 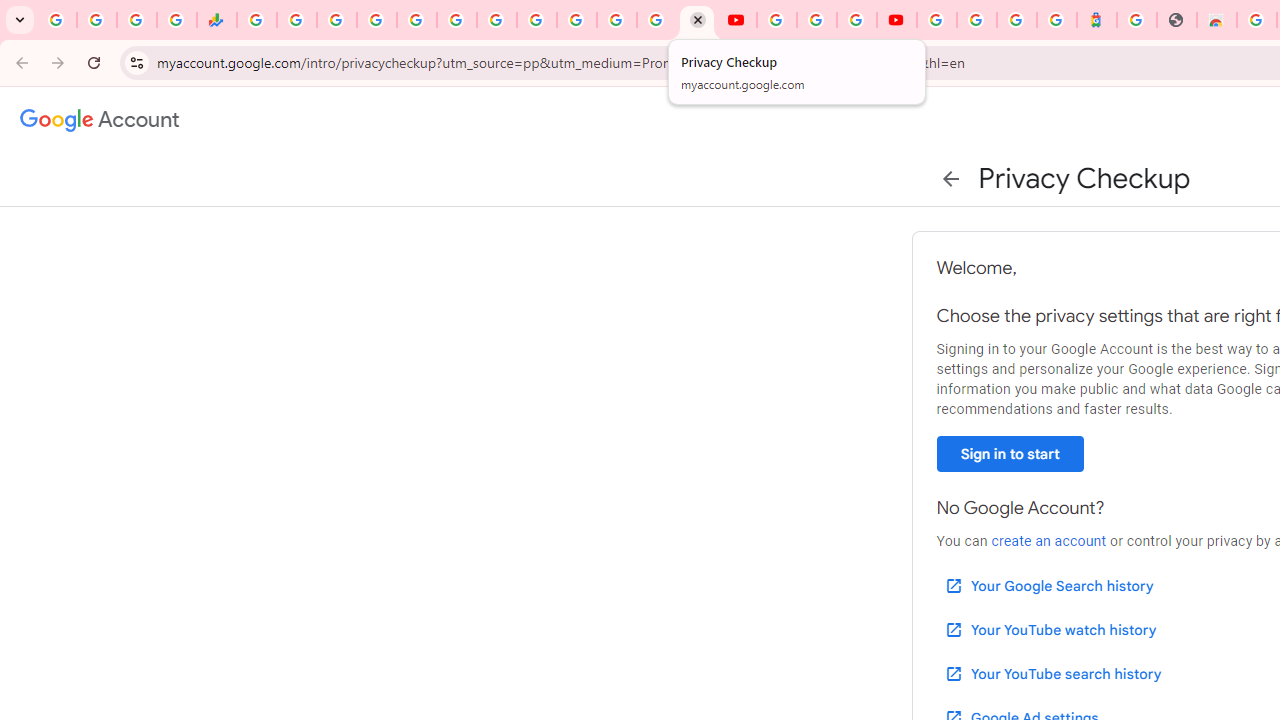 What do you see at coordinates (935, 20) in the screenshot?
I see `'Sign in - Google Accounts'` at bounding box center [935, 20].